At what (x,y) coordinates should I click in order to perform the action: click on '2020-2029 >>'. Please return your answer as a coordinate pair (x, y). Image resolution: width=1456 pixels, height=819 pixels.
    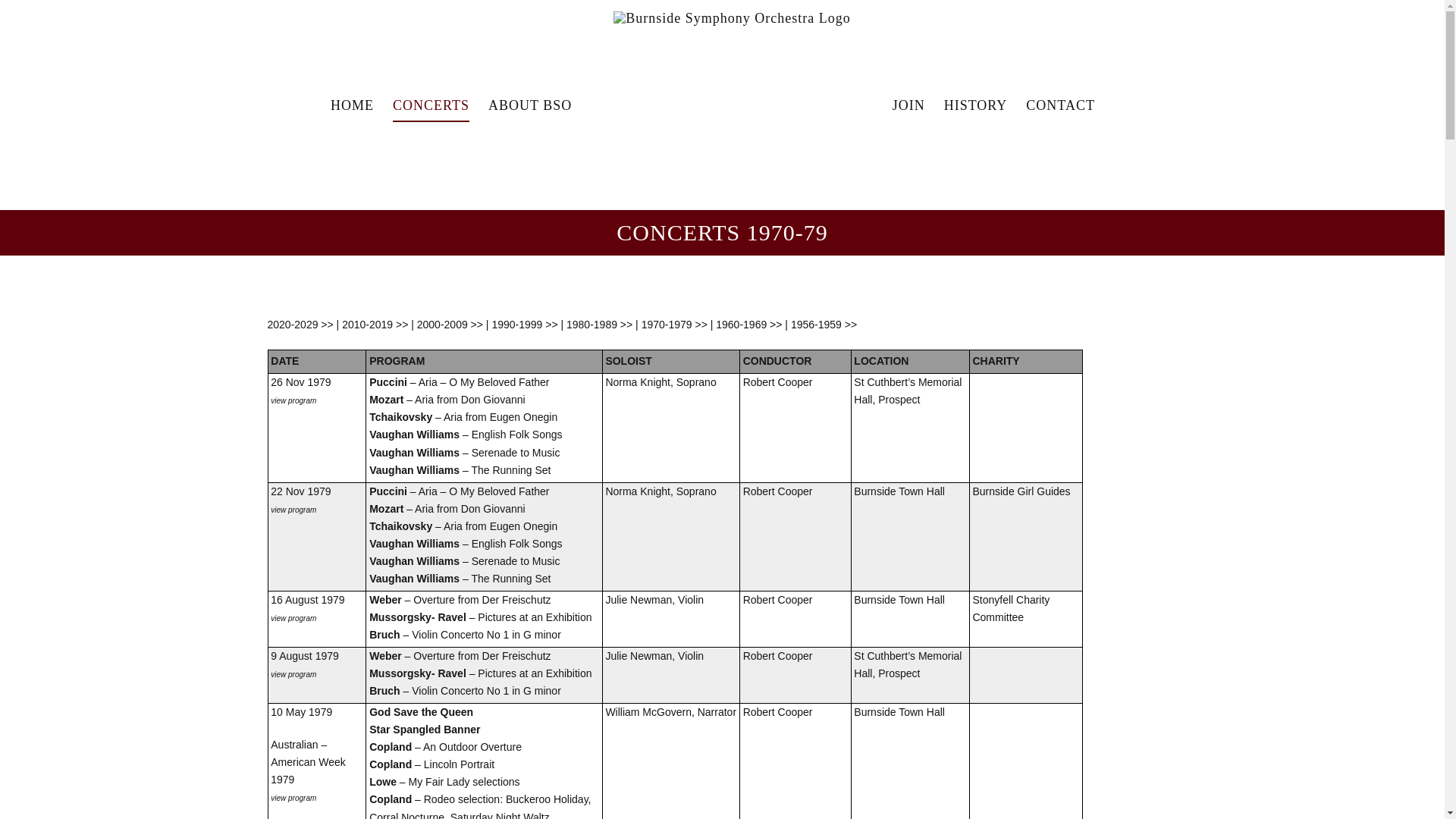
    Looking at the image, I should click on (300, 324).